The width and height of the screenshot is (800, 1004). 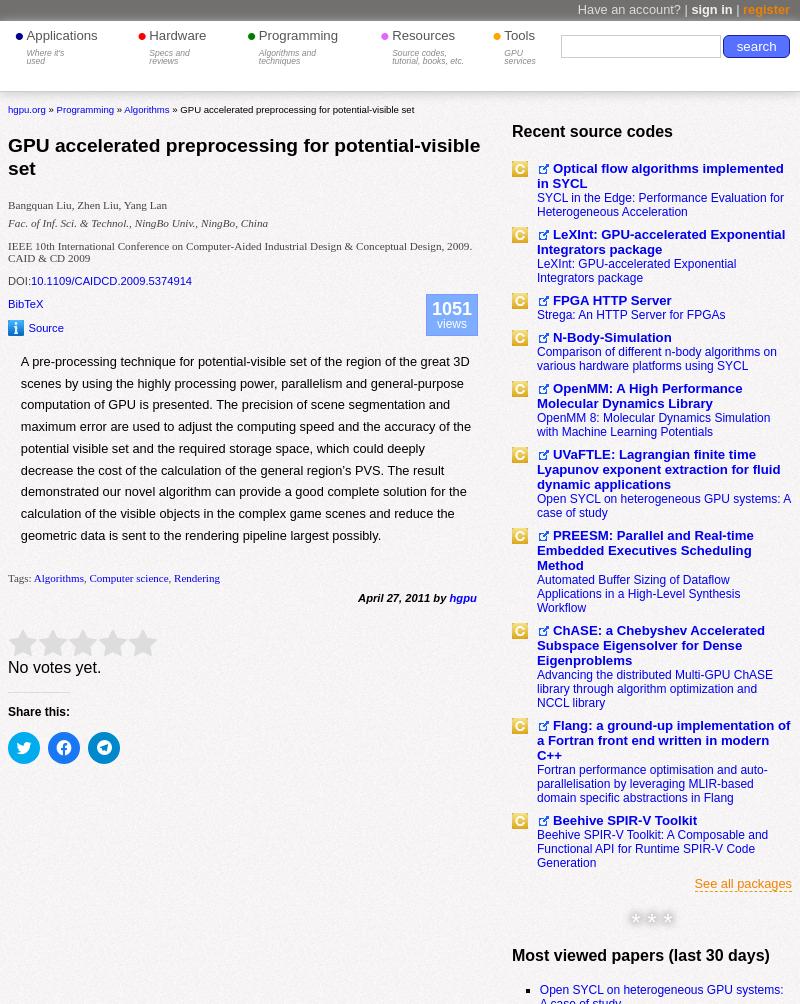 I want to click on 'Mathematics', so click(x=50, y=218).